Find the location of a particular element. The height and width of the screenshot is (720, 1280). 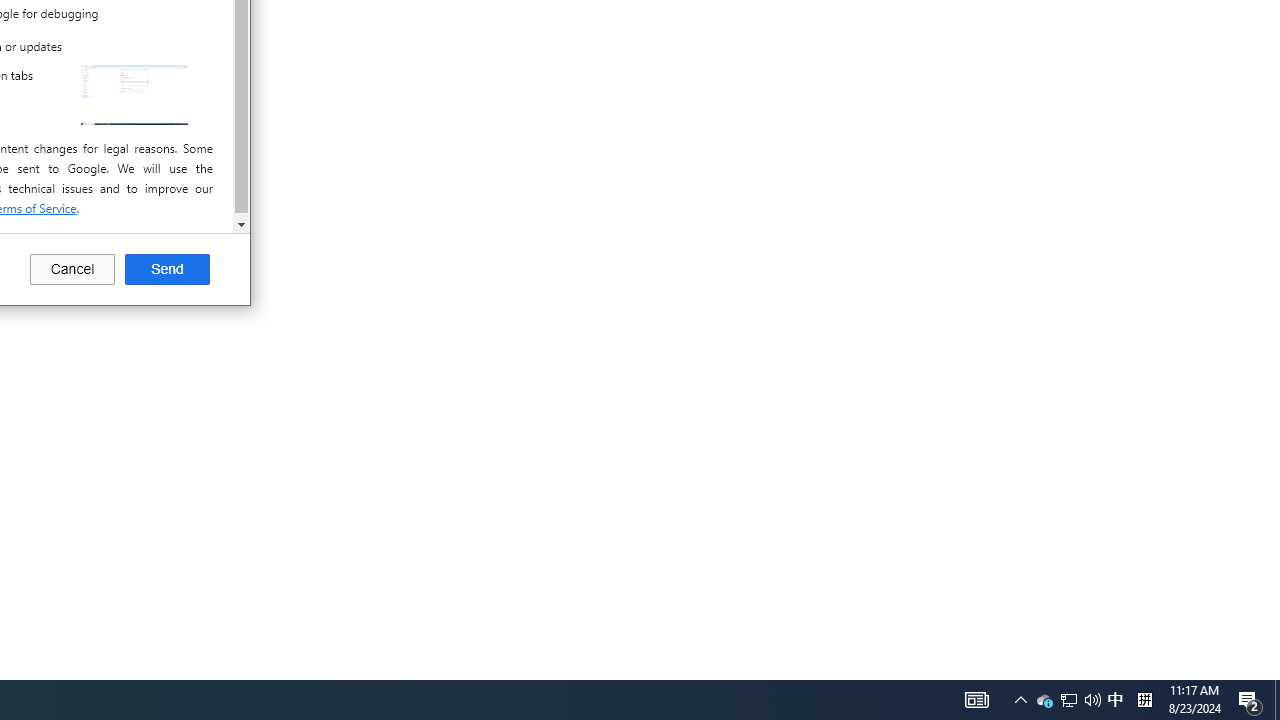

'User Promoted Notification Area' is located at coordinates (1068, 698).